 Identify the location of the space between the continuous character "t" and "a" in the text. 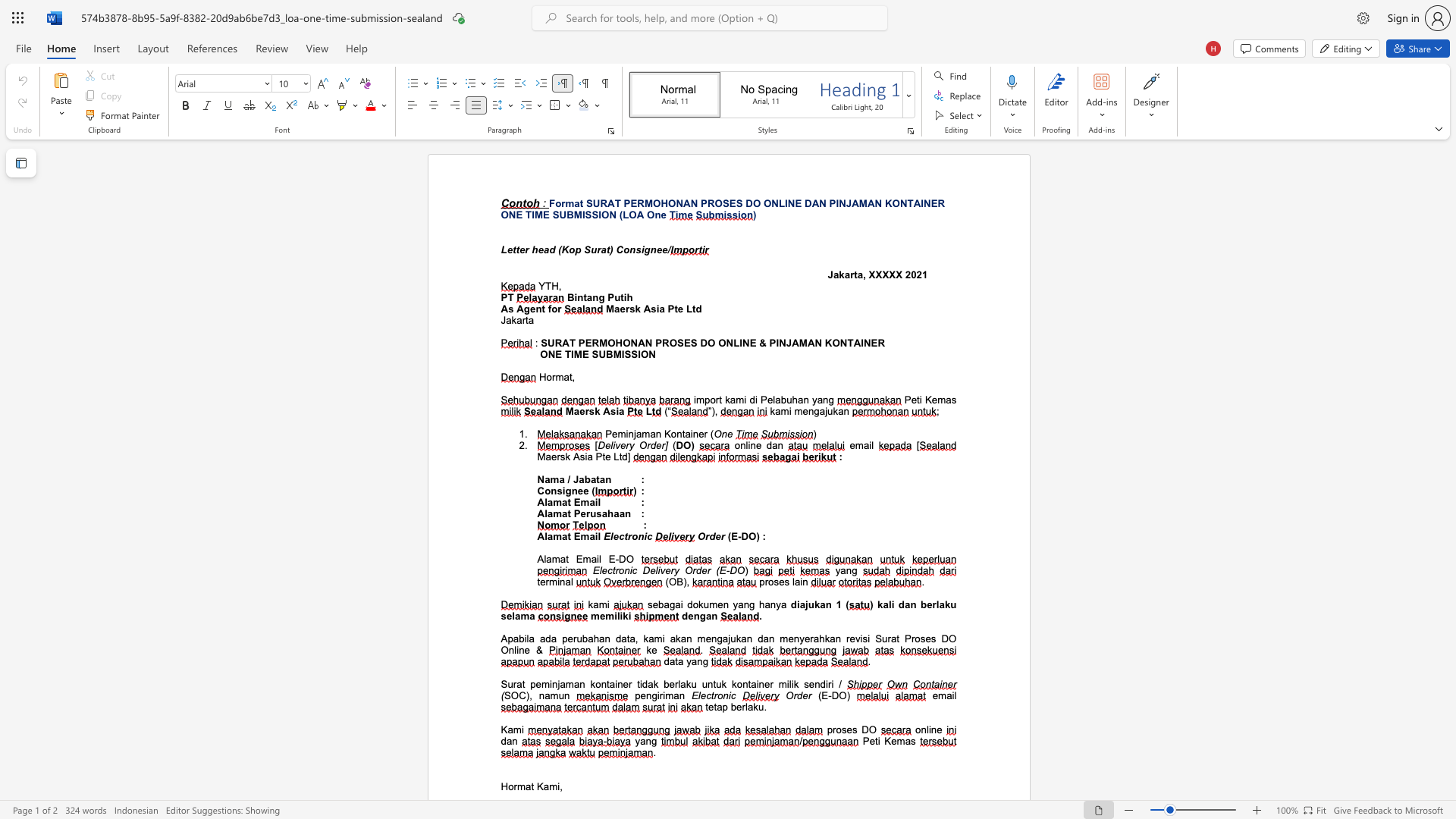
(677, 661).